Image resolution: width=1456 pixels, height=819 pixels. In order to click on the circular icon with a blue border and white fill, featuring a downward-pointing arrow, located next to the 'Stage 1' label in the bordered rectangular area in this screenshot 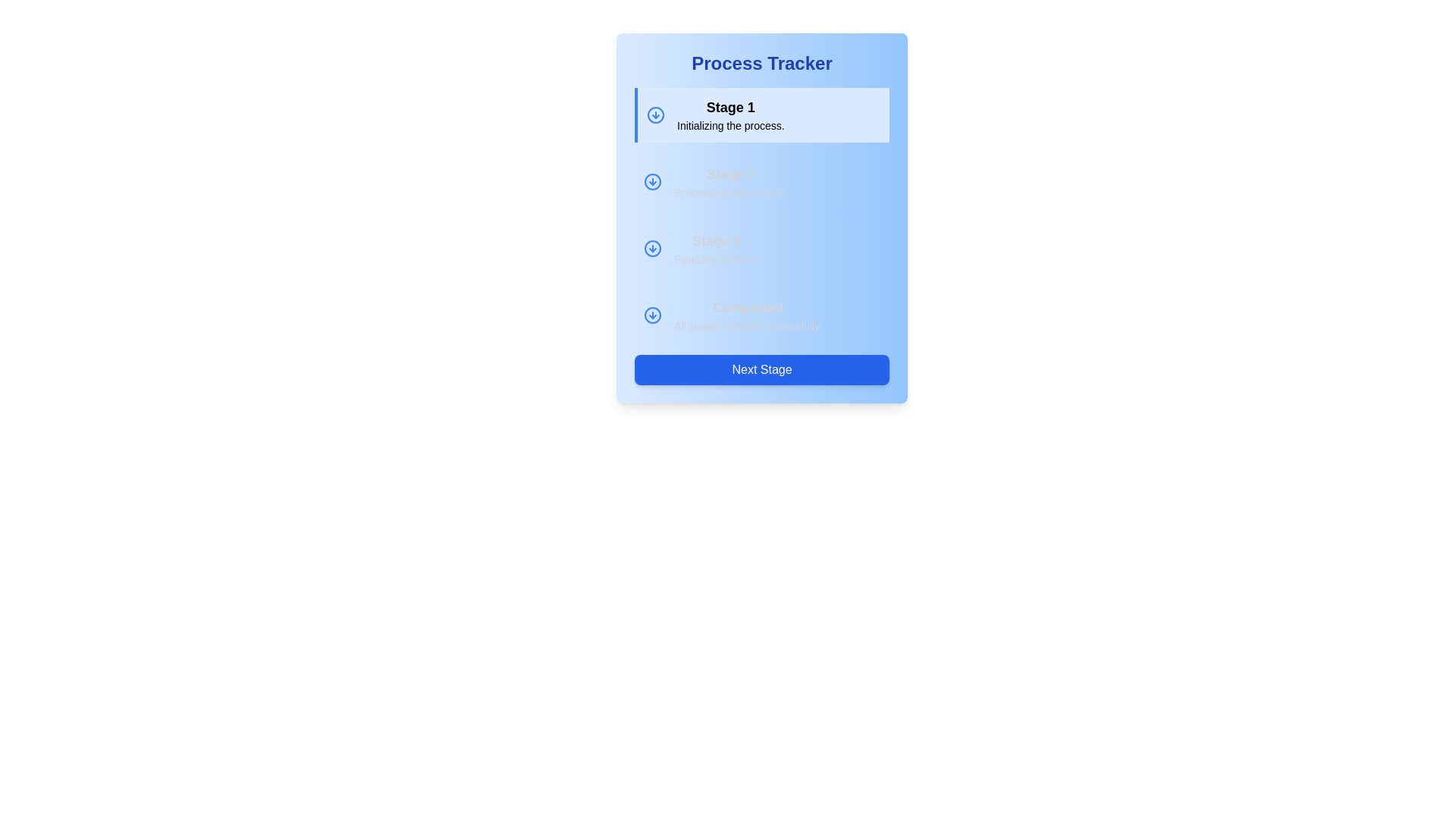, I will do `click(655, 114)`.